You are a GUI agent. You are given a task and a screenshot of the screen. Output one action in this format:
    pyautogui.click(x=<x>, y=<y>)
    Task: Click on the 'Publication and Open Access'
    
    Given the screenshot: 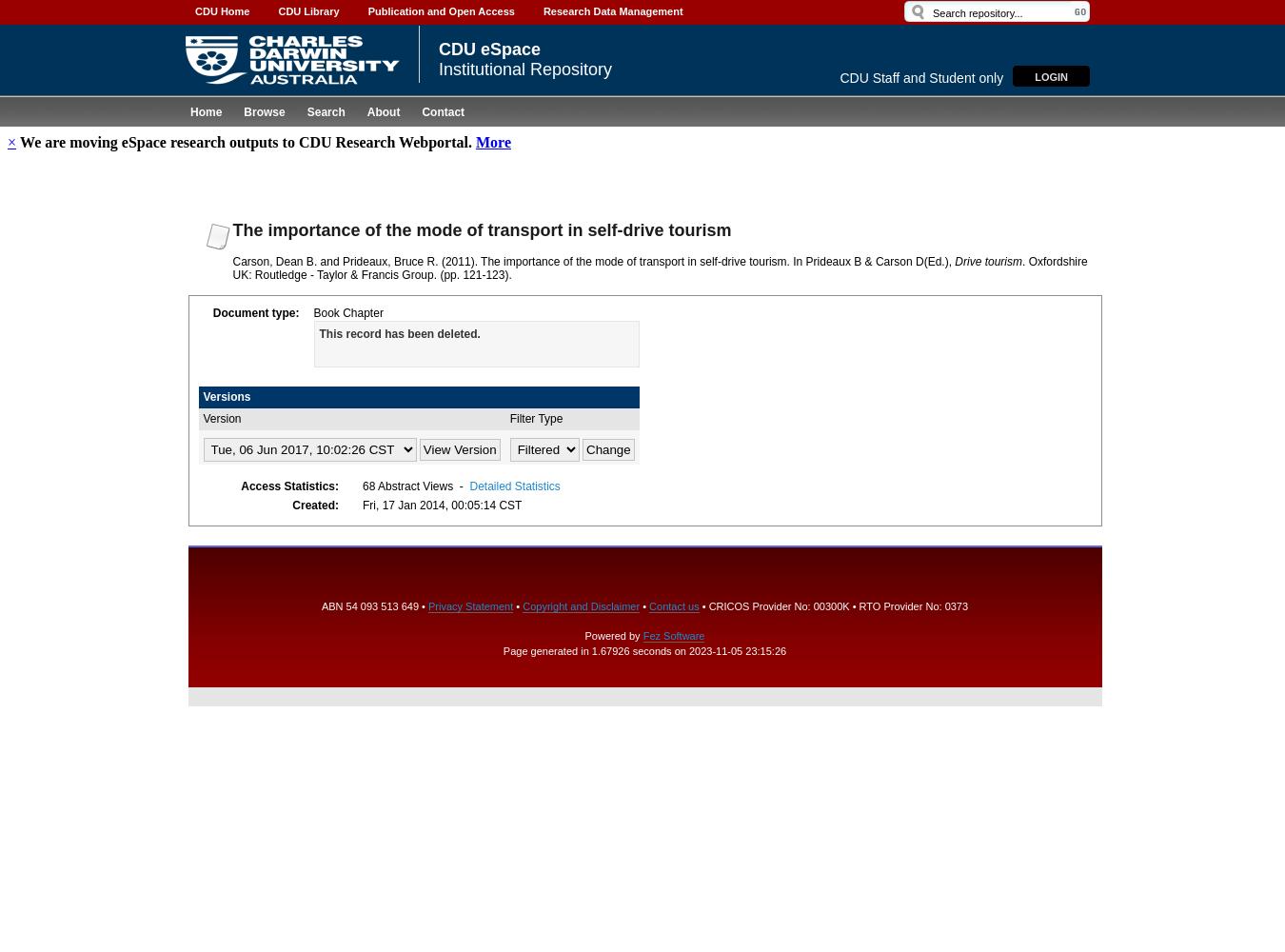 What is the action you would take?
    pyautogui.click(x=440, y=10)
    